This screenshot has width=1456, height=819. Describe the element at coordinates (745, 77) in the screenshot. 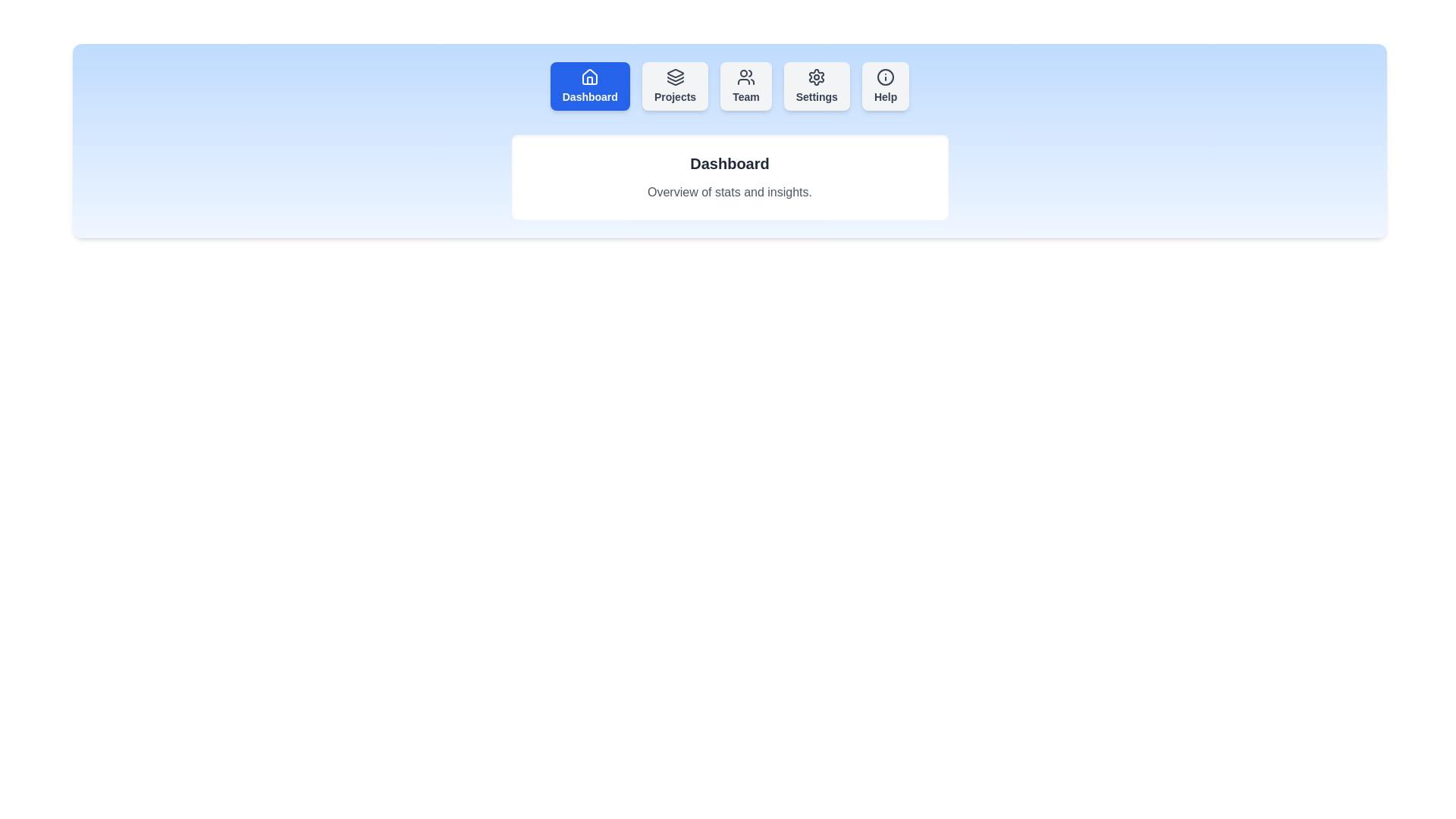

I see `the icon of the Team tab` at that location.